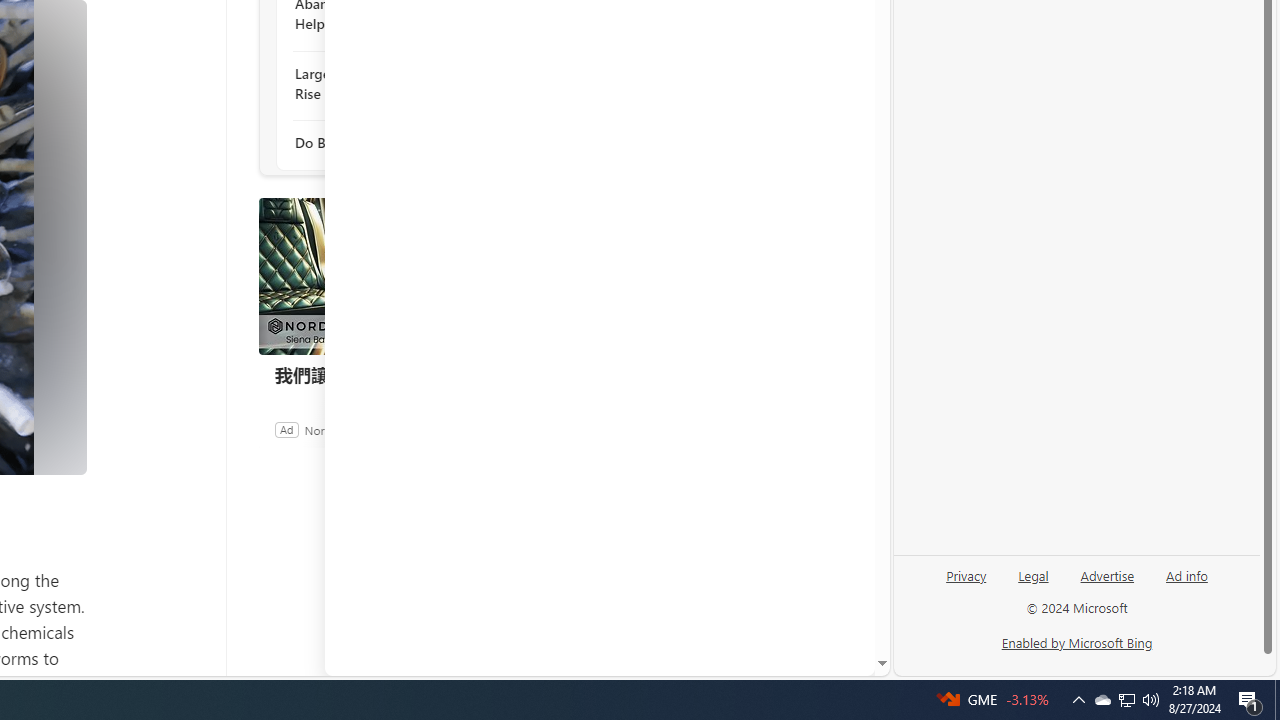 Image resolution: width=1280 pixels, height=720 pixels. I want to click on 'Legal', so click(1033, 574).